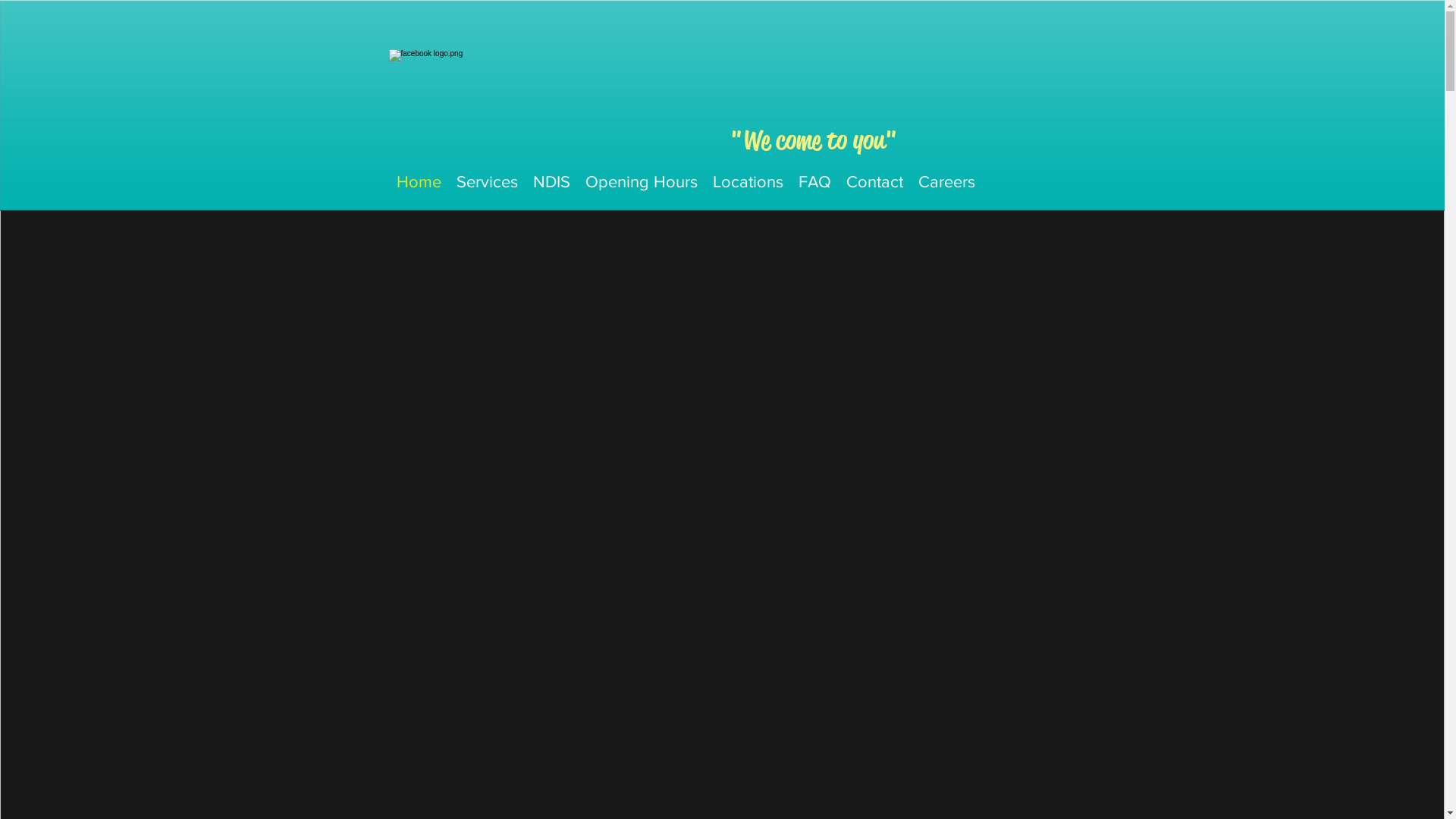 Image resolution: width=1456 pixels, height=819 pixels. Describe the element at coordinates (789, 180) in the screenshot. I see `'FAQ'` at that location.